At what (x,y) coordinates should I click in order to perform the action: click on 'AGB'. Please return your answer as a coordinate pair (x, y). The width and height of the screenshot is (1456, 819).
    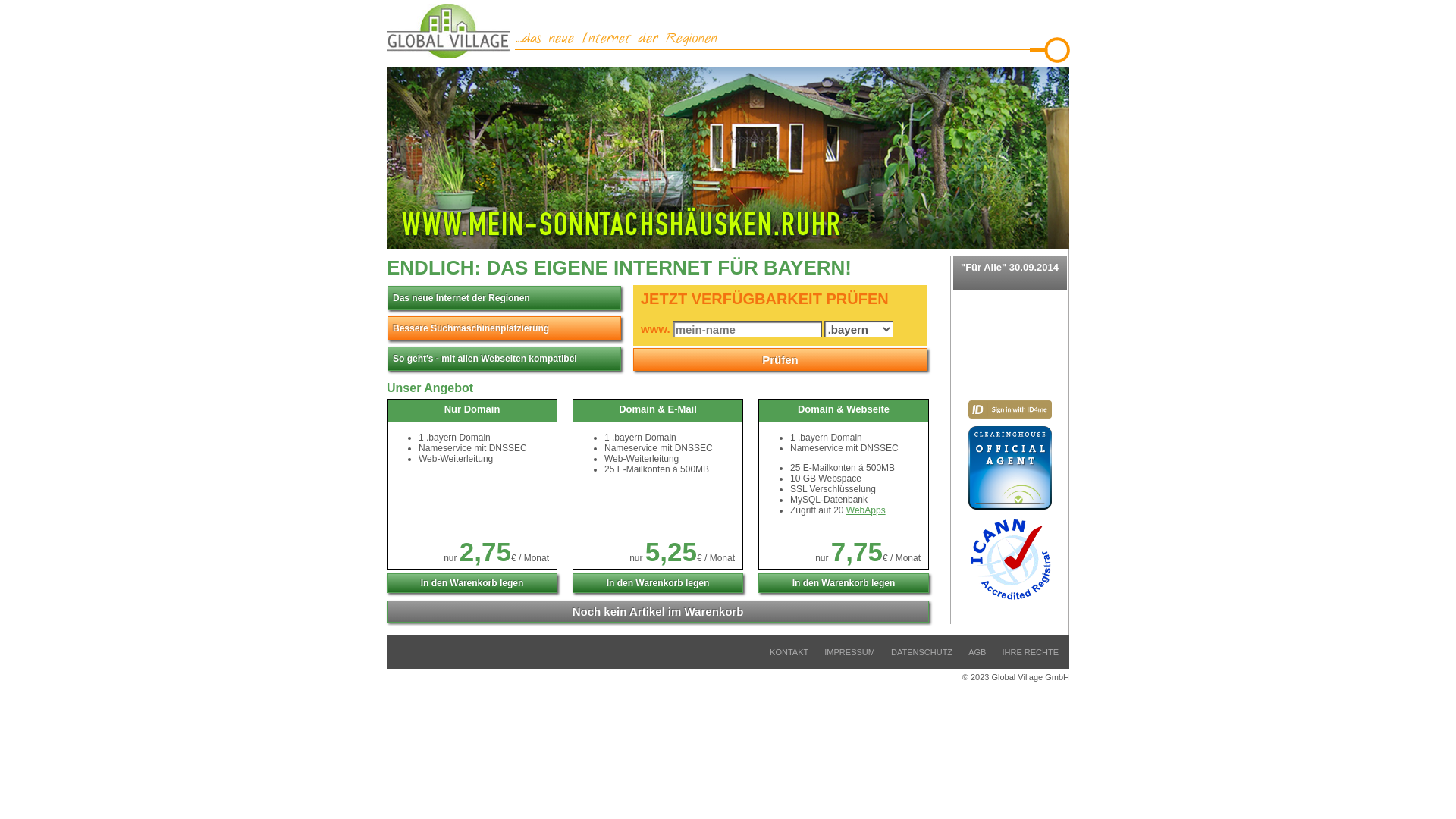
    Looking at the image, I should click on (960, 651).